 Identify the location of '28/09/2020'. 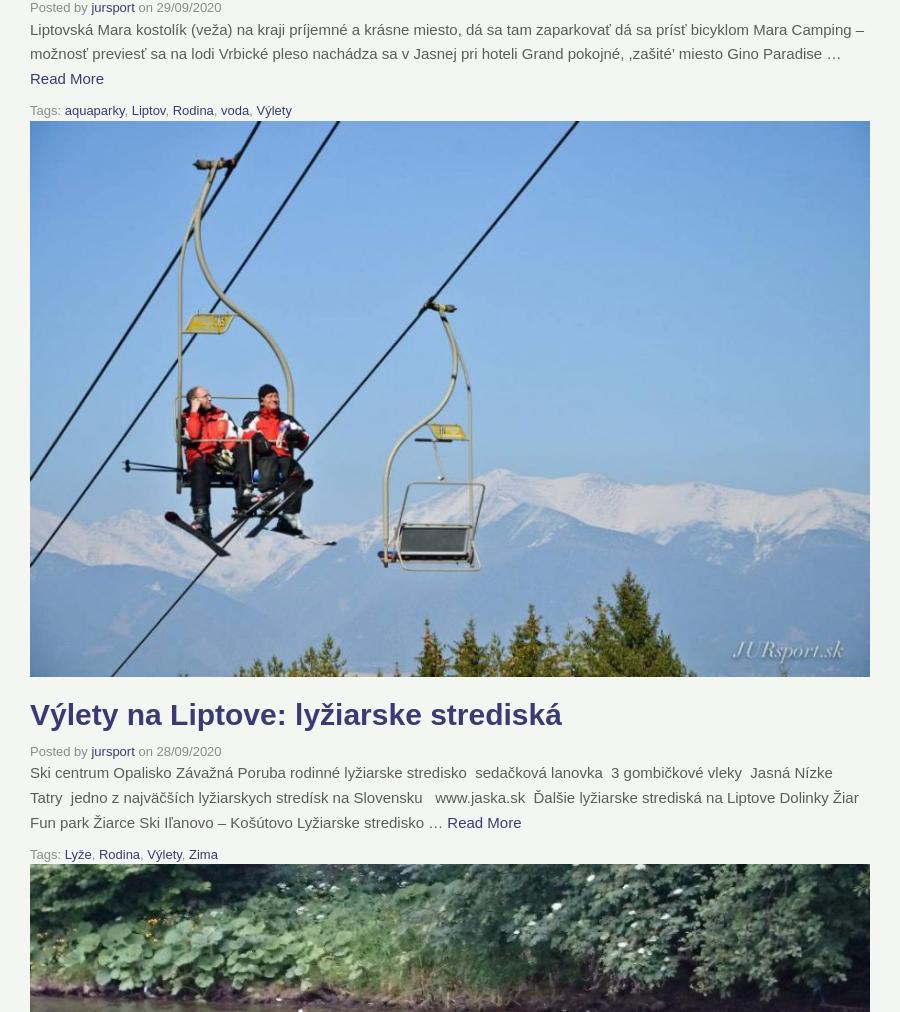
(188, 750).